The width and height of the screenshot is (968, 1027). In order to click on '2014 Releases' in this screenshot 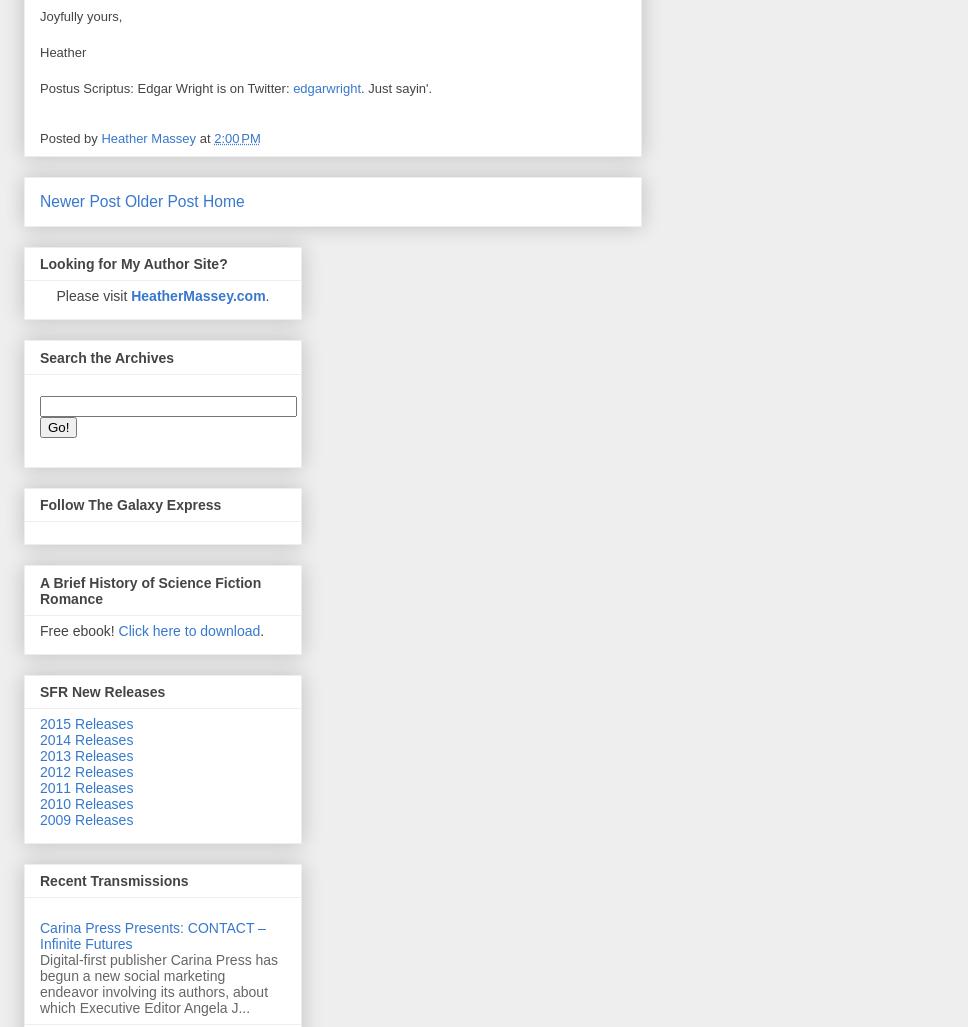, I will do `click(39, 739)`.